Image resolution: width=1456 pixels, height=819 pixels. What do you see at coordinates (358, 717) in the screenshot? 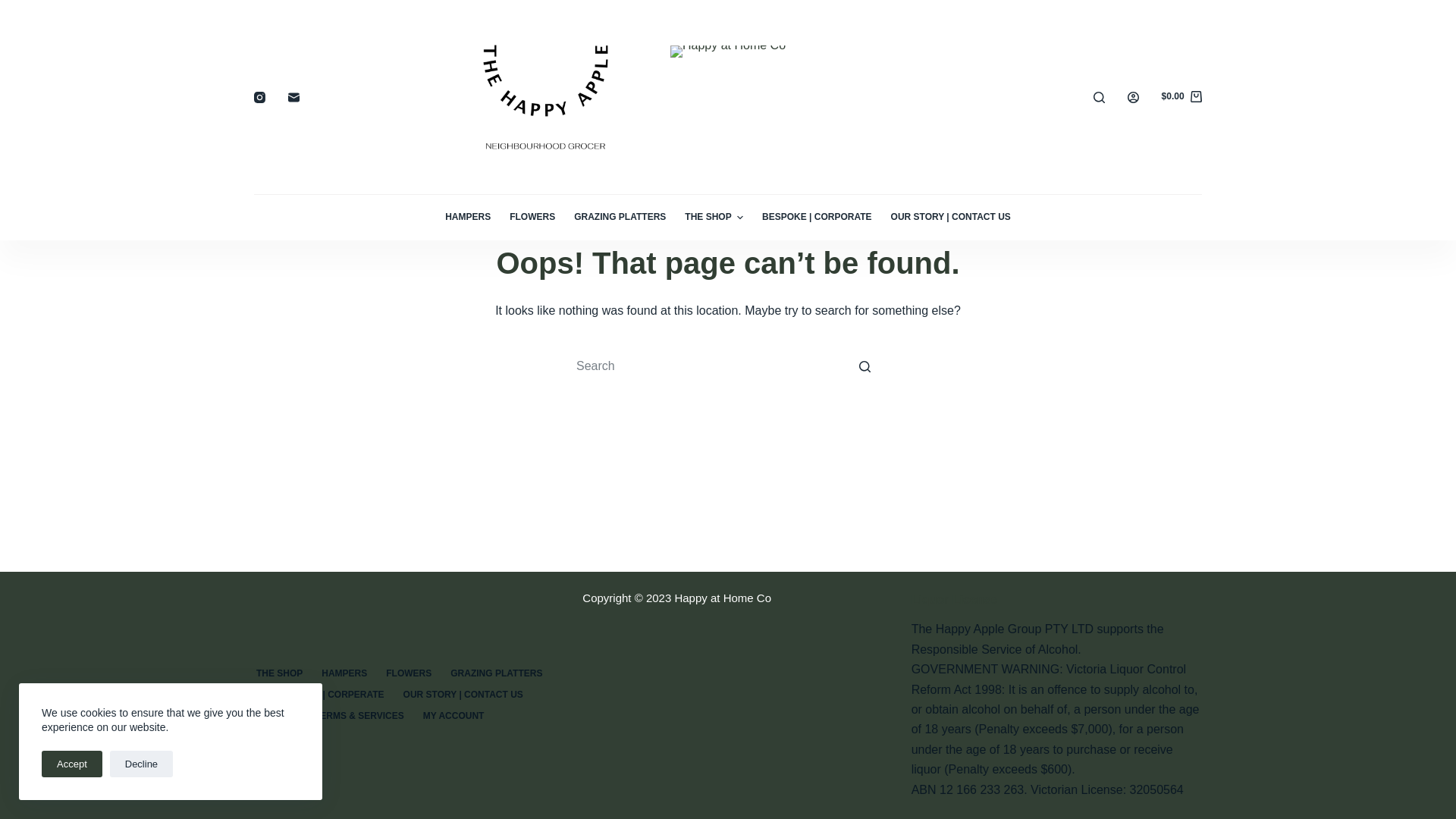
I see `'TERMS & SERVICES'` at bounding box center [358, 717].